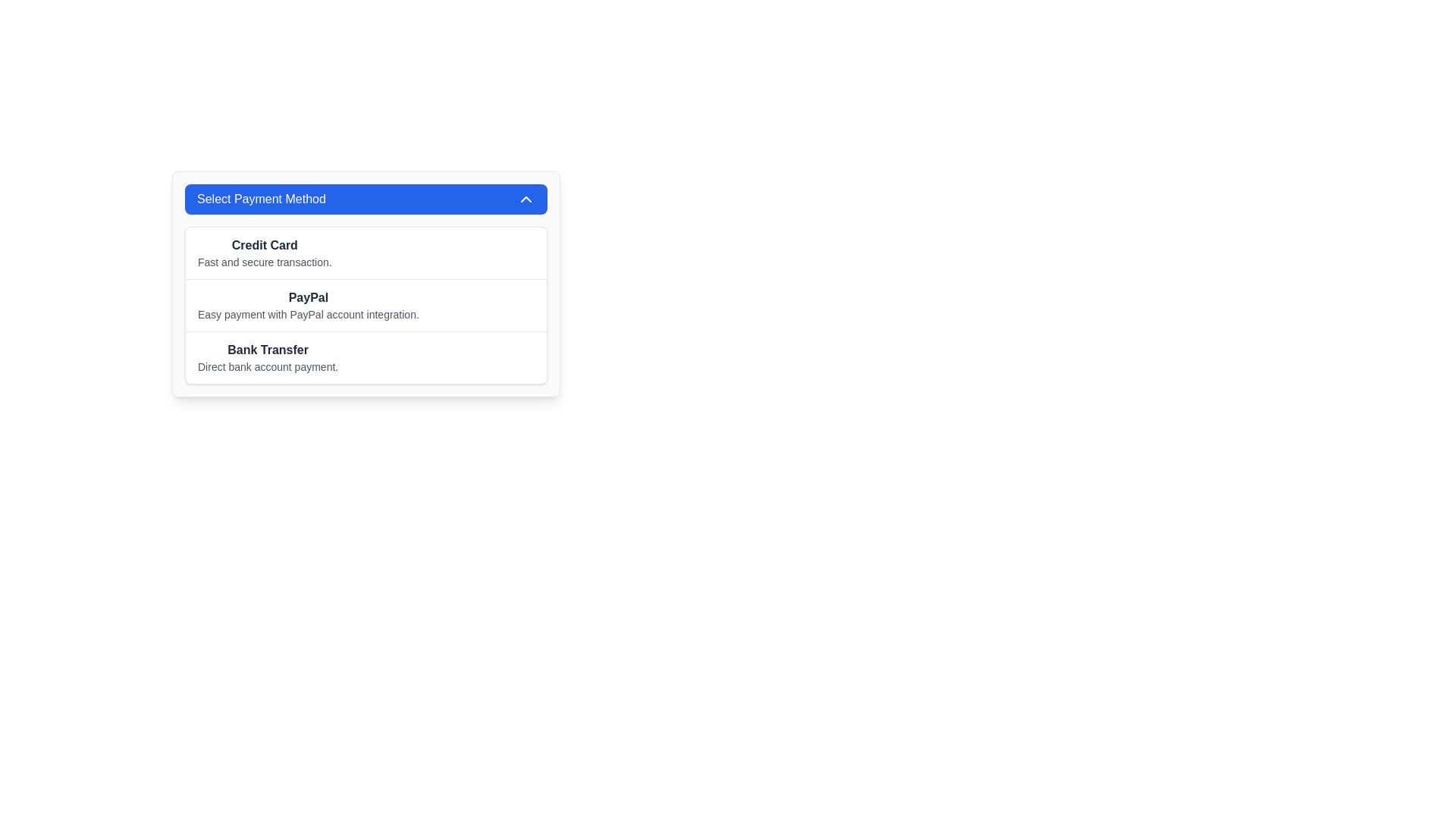 Image resolution: width=1456 pixels, height=819 pixels. I want to click on the Dropdown Toggle Button located at the top of the card-like component, so click(366, 198).